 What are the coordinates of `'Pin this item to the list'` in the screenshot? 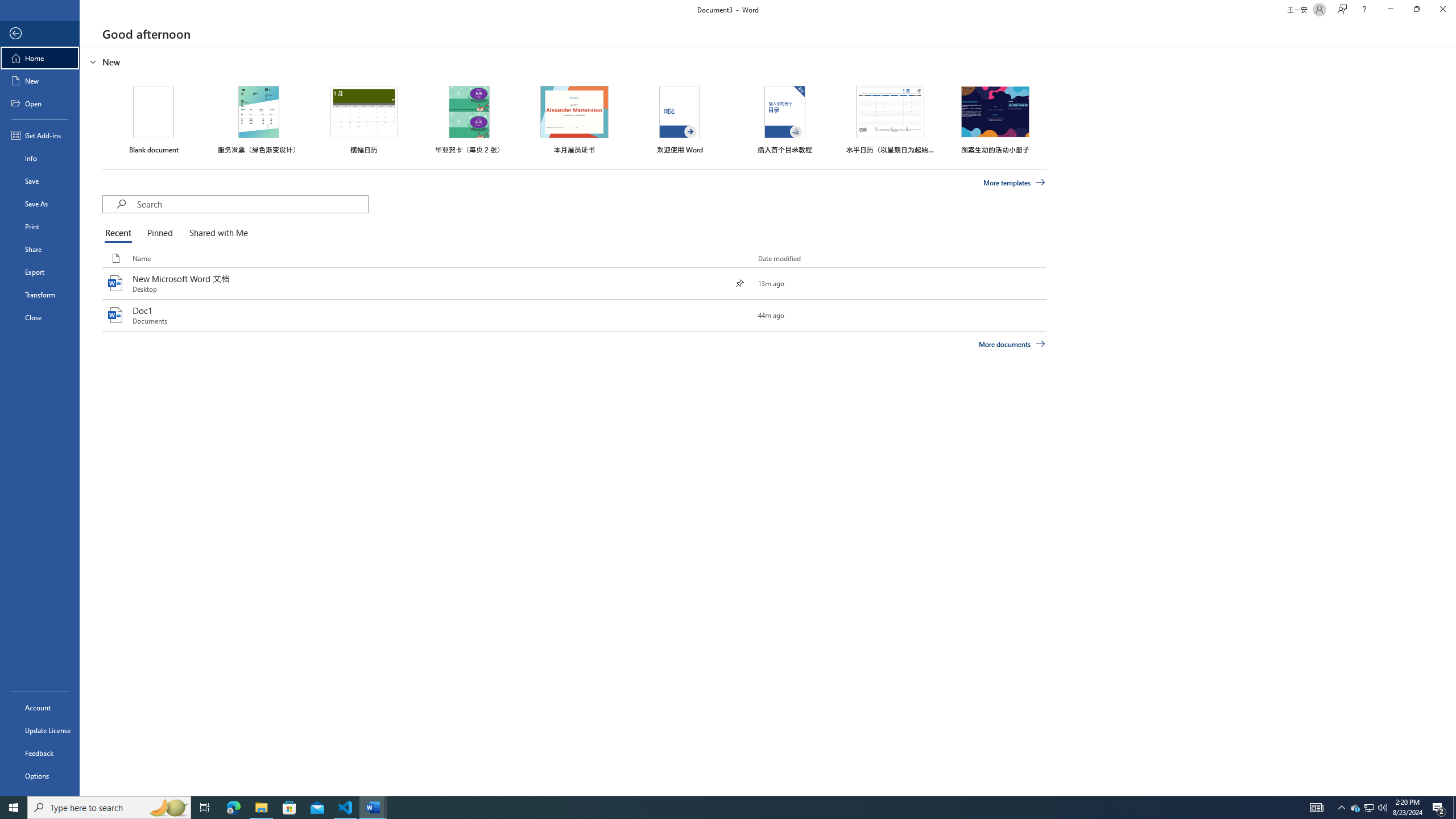 It's located at (739, 314).